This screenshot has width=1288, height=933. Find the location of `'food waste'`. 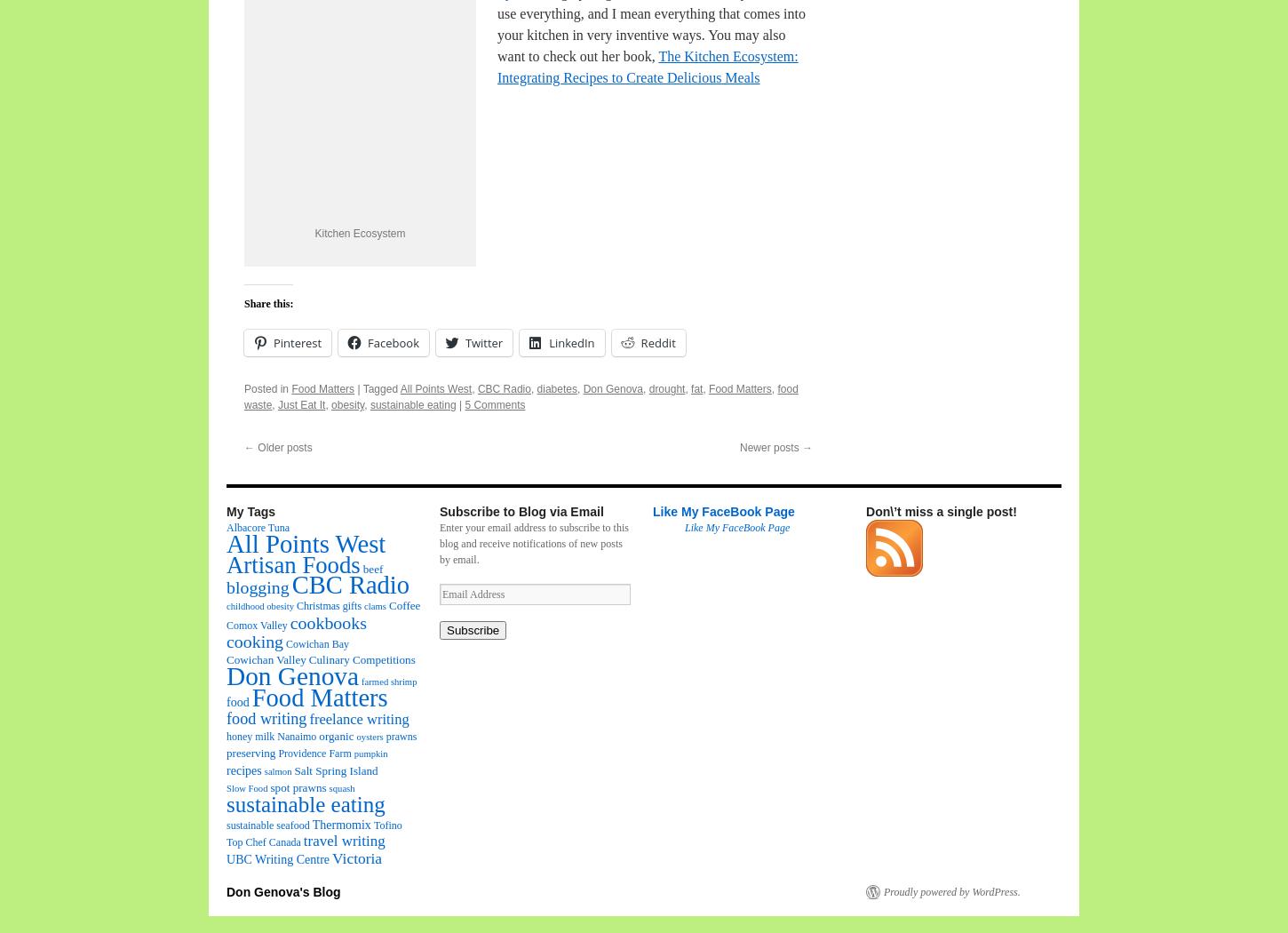

'food waste' is located at coordinates (521, 395).